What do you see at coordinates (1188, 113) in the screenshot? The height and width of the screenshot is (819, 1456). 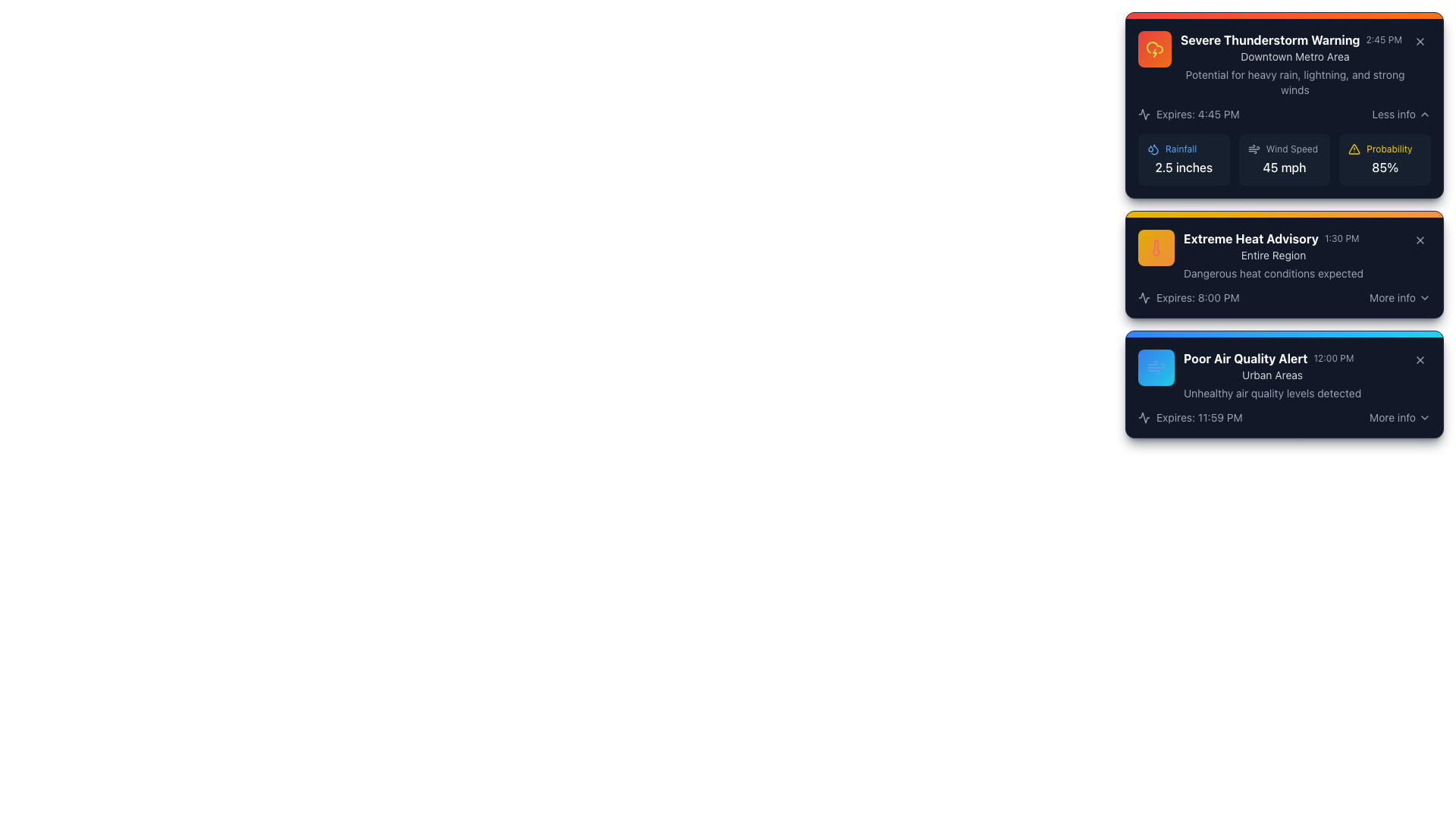 I see `text content of the Text label displaying 'Expires: 4:45 PM', which is located in the notifications panel of the 'Severe Thunderstorm Warning' card` at bounding box center [1188, 113].